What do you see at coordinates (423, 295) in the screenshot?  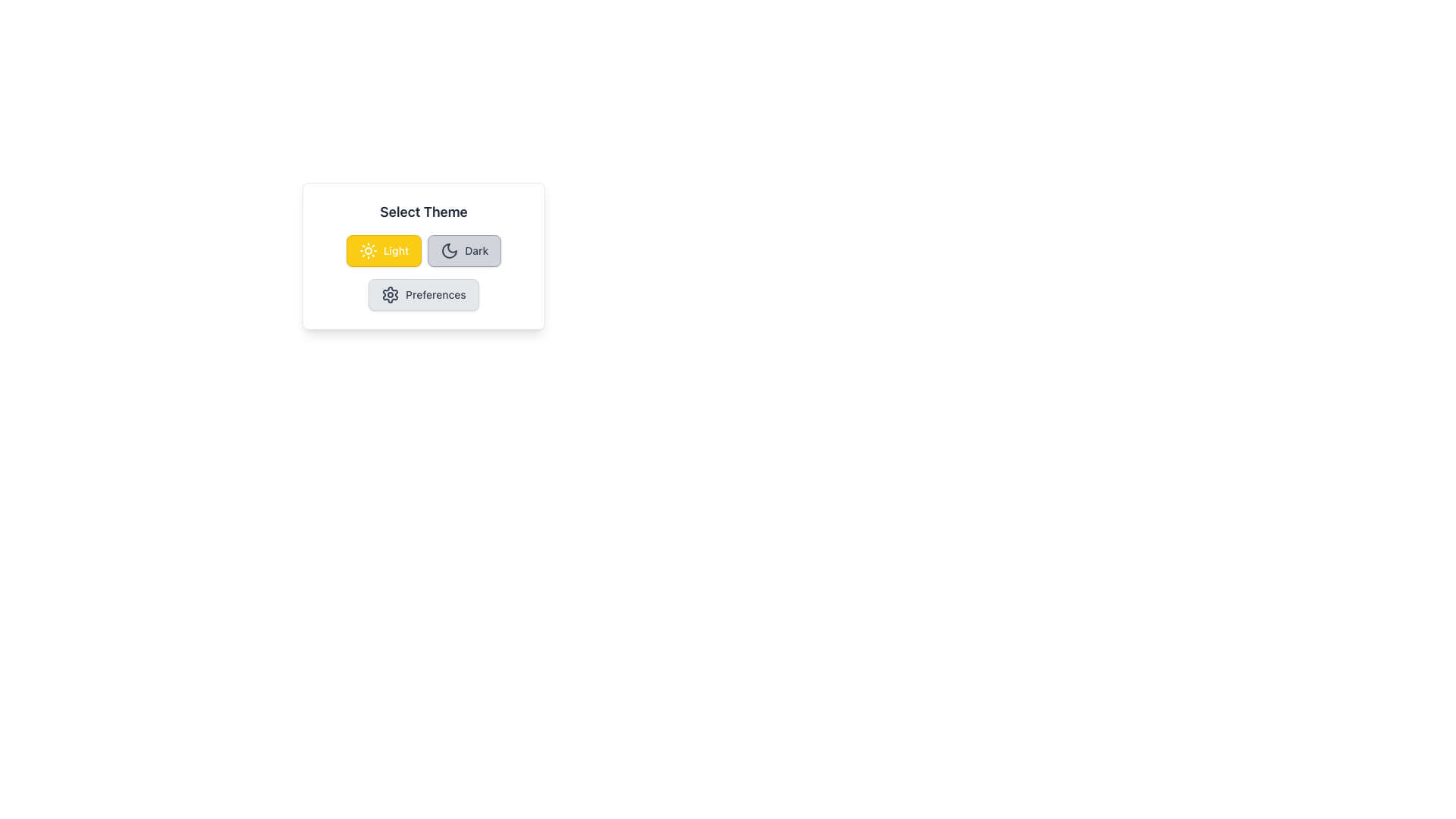 I see `the 'Preferences' button` at bounding box center [423, 295].